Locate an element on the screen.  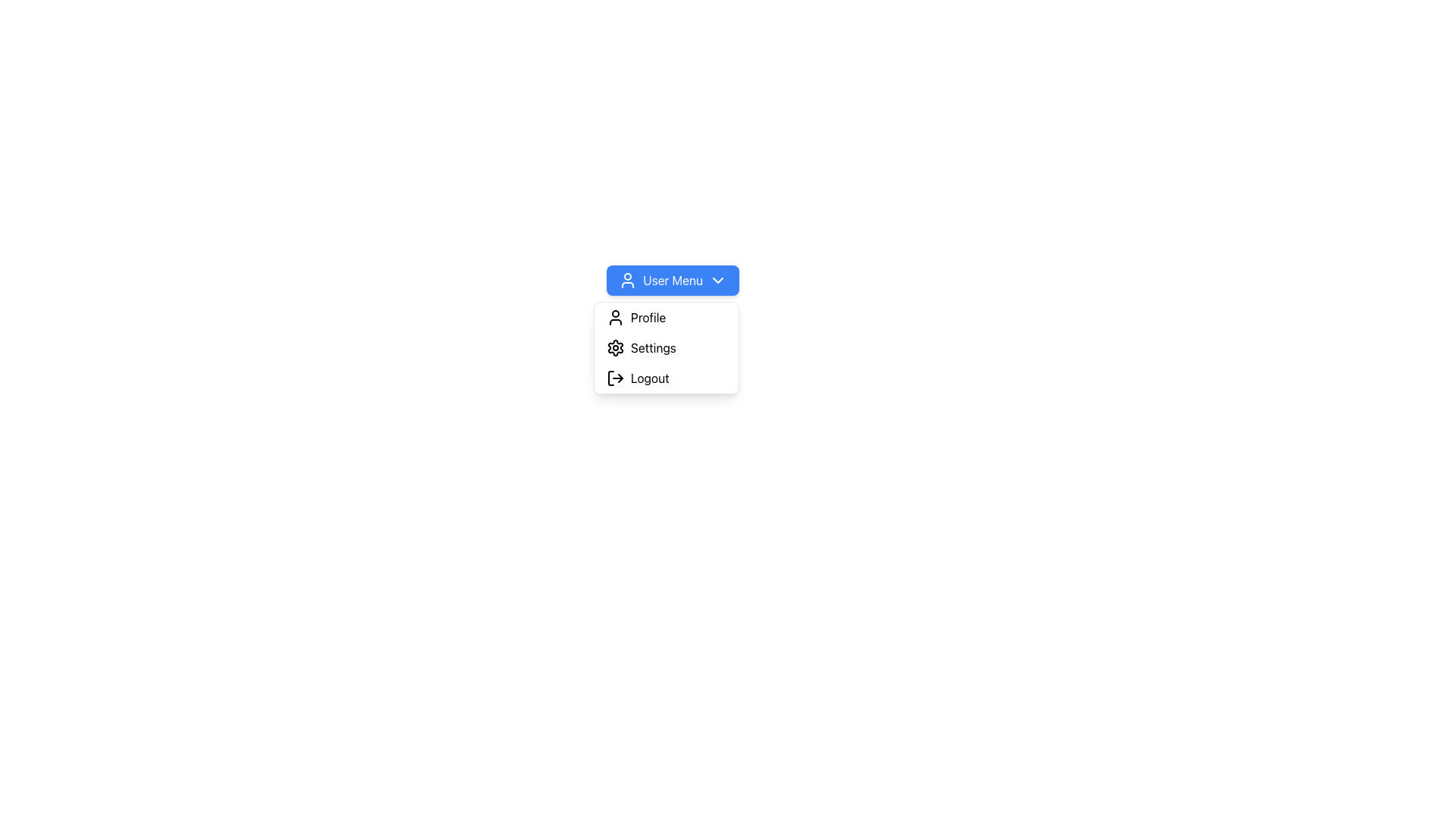
the log-out icon, which is an arrow pointing out of a rectangle, located to the left of the 'Logout' text in the third row of the dropdown menu under 'User Menu' is located at coordinates (615, 377).